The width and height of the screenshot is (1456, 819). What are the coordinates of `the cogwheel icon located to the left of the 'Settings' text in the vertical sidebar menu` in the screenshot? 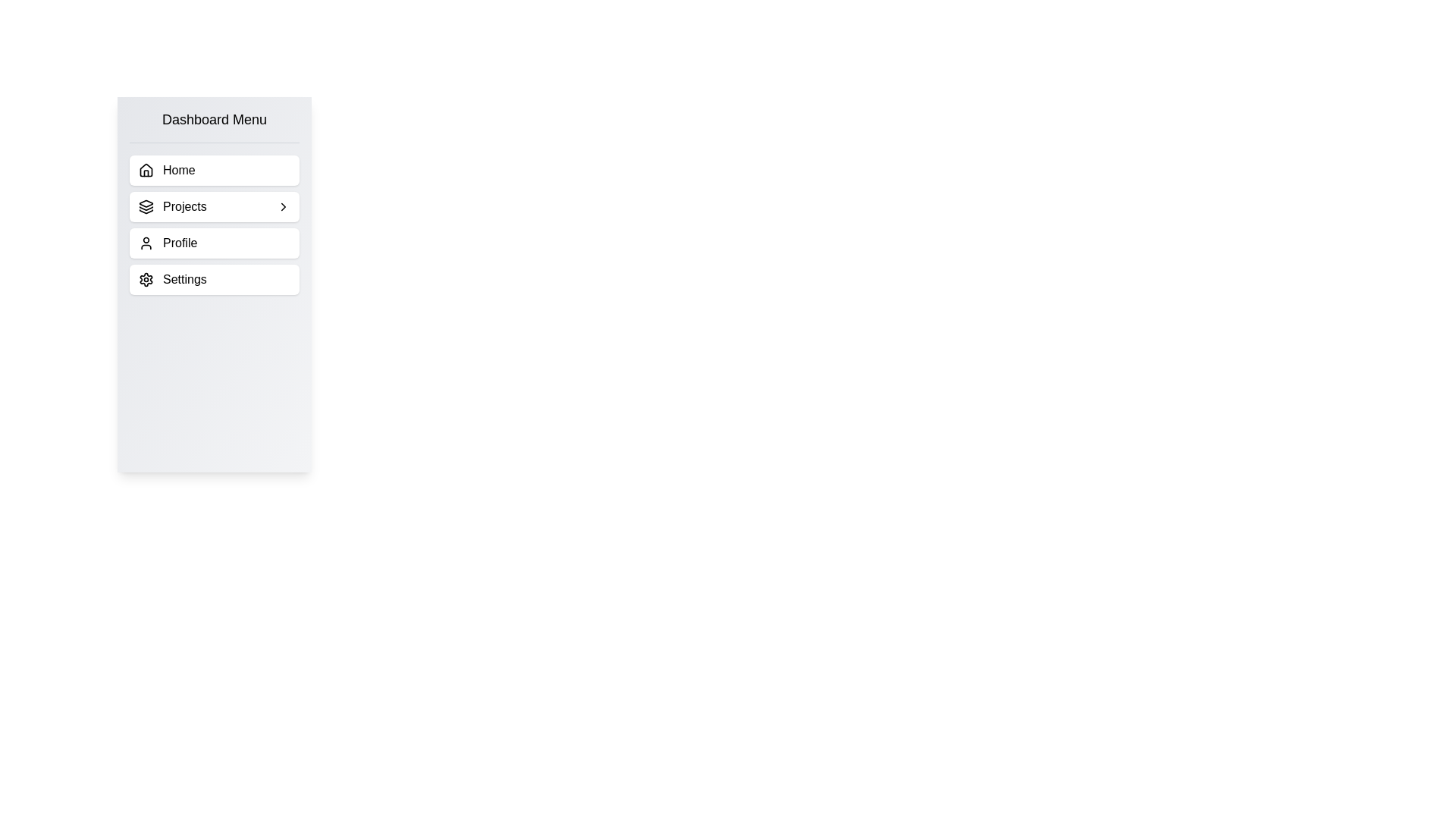 It's located at (146, 280).